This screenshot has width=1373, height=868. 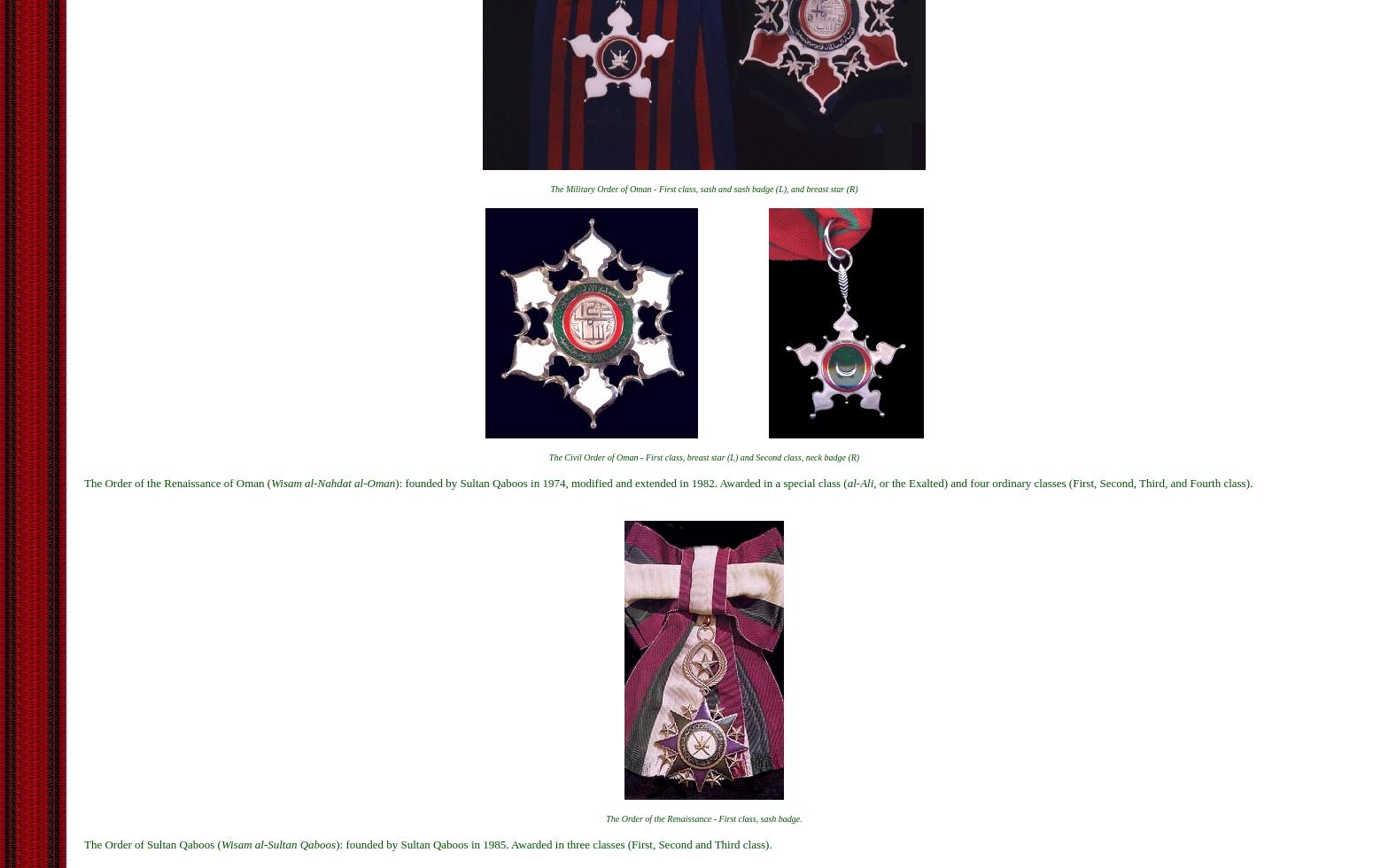 I want to click on '): founded by Sultan Qaboos in 1985. Awarded in three classes (First, Second and Third class).', so click(x=552, y=844).